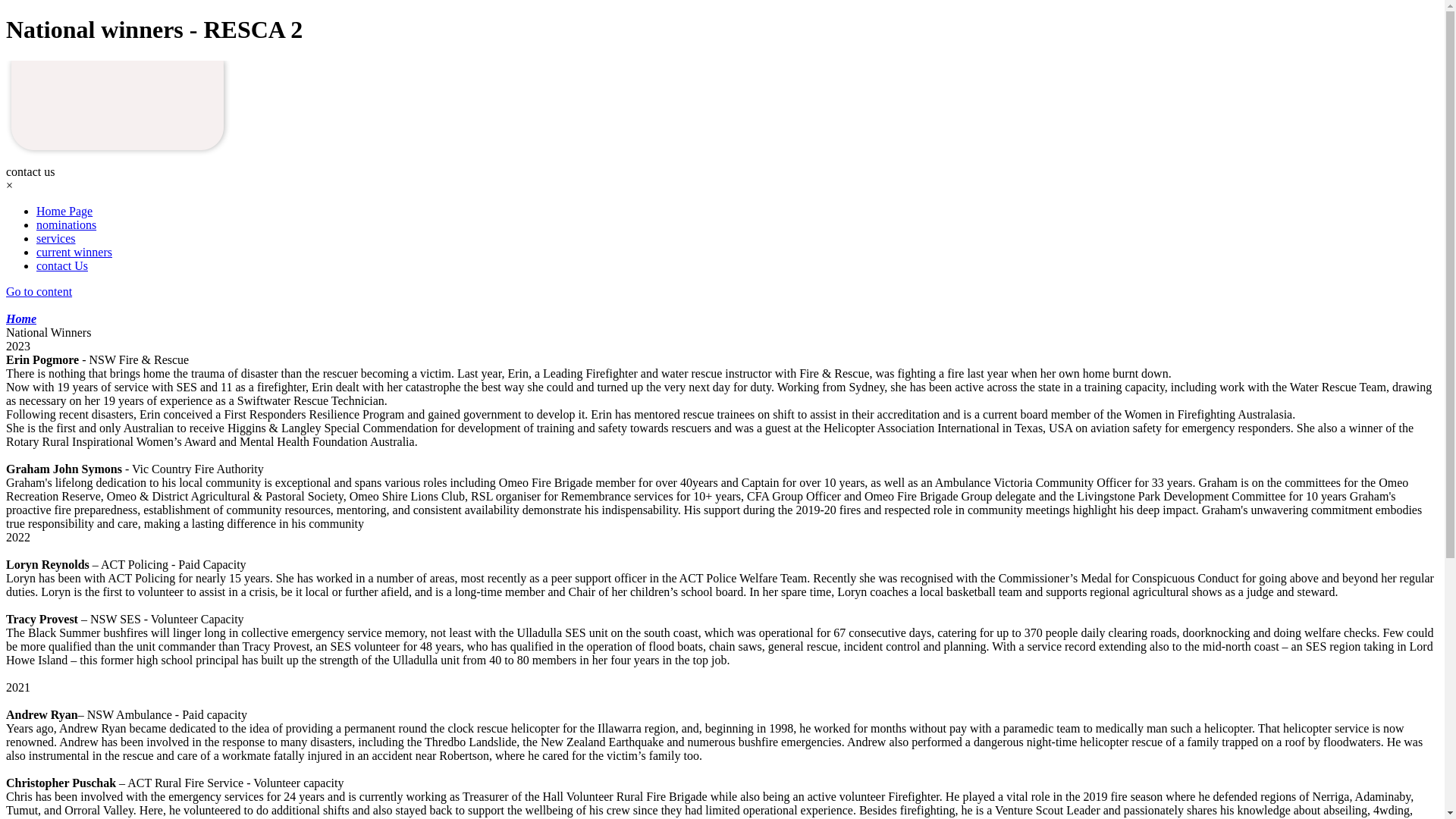  I want to click on 'nominations', so click(65, 224).